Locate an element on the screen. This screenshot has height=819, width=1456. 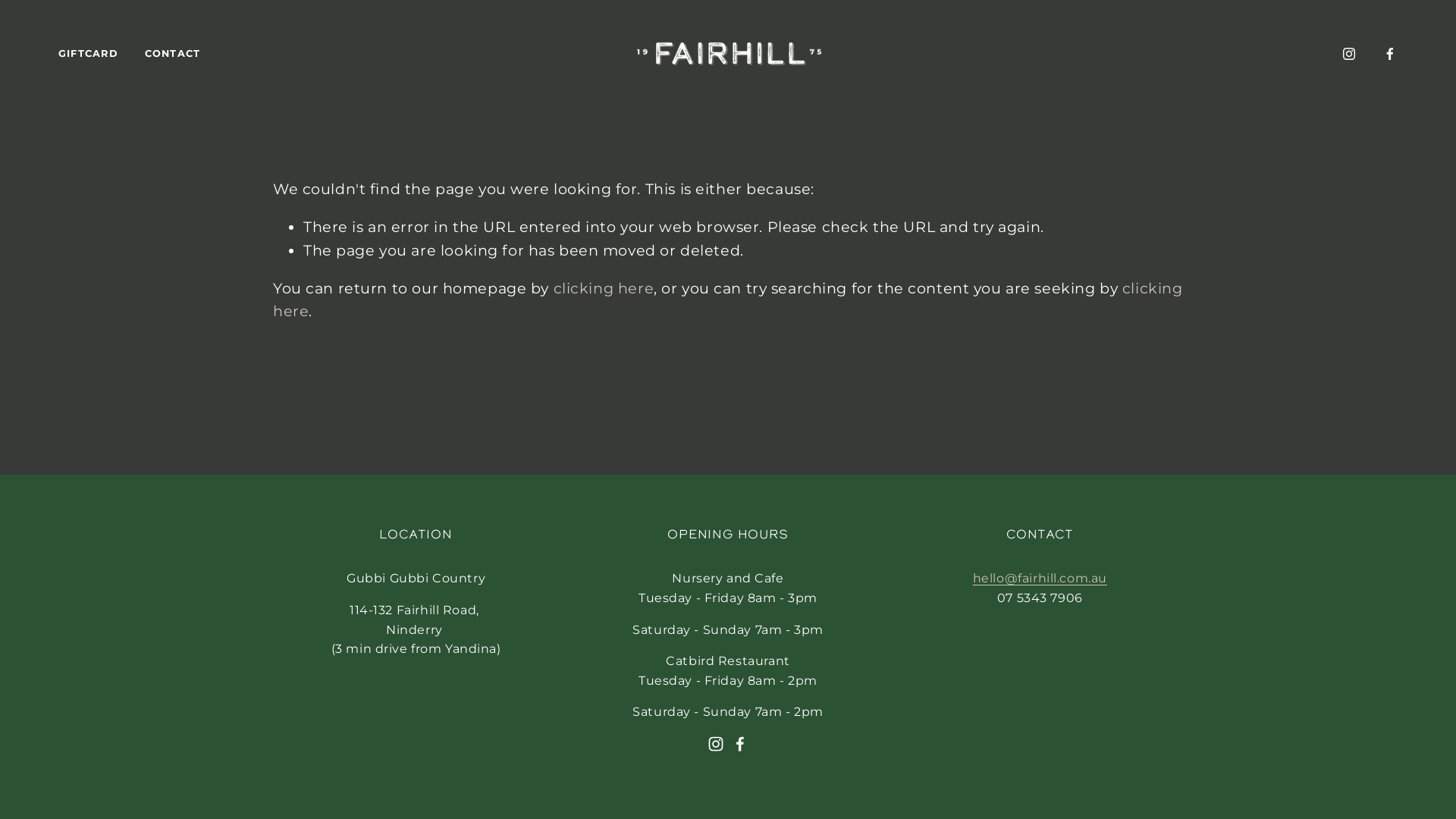
'clicking here' is located at coordinates (603, 288).